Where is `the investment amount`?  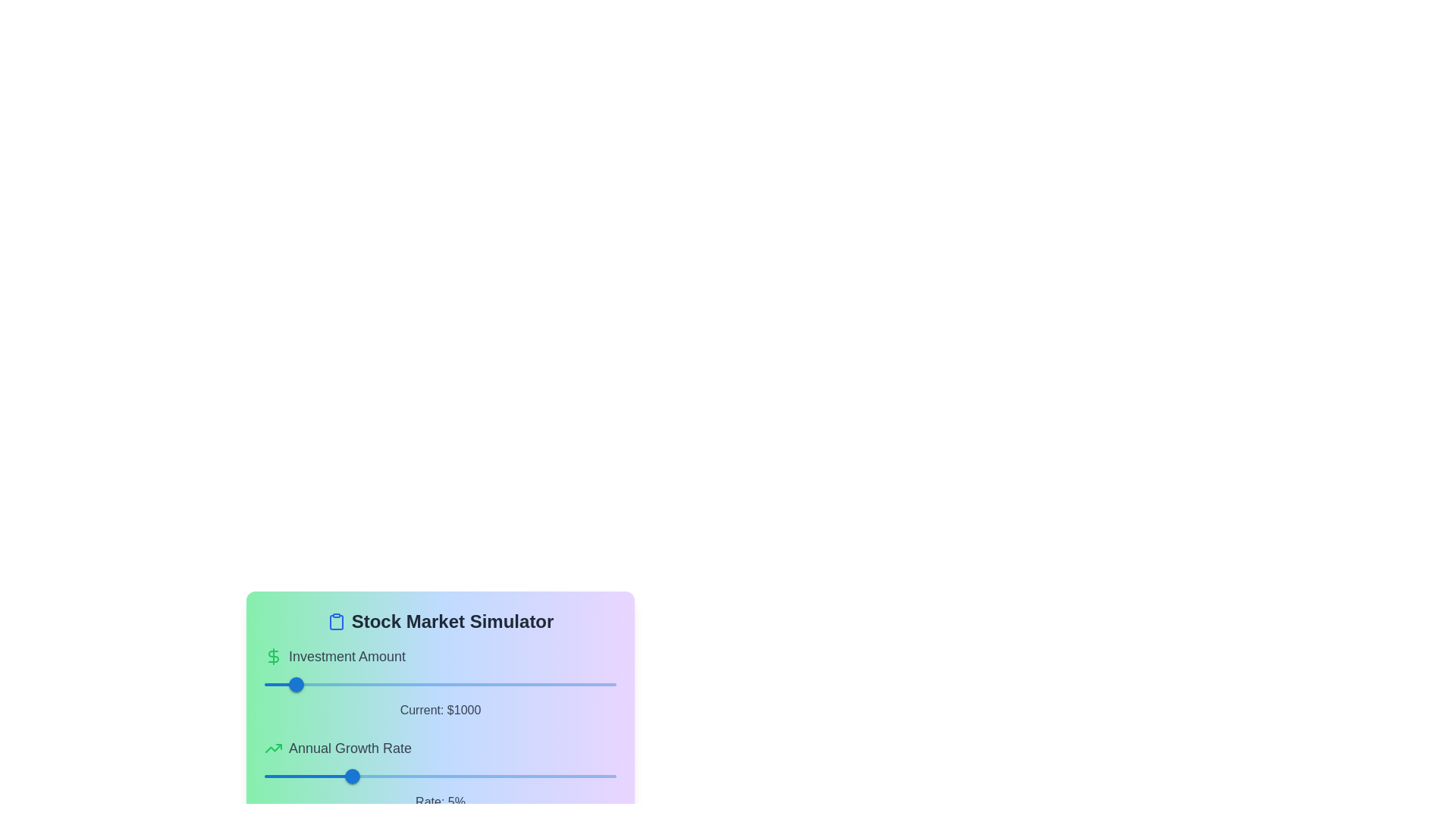 the investment amount is located at coordinates (287, 684).